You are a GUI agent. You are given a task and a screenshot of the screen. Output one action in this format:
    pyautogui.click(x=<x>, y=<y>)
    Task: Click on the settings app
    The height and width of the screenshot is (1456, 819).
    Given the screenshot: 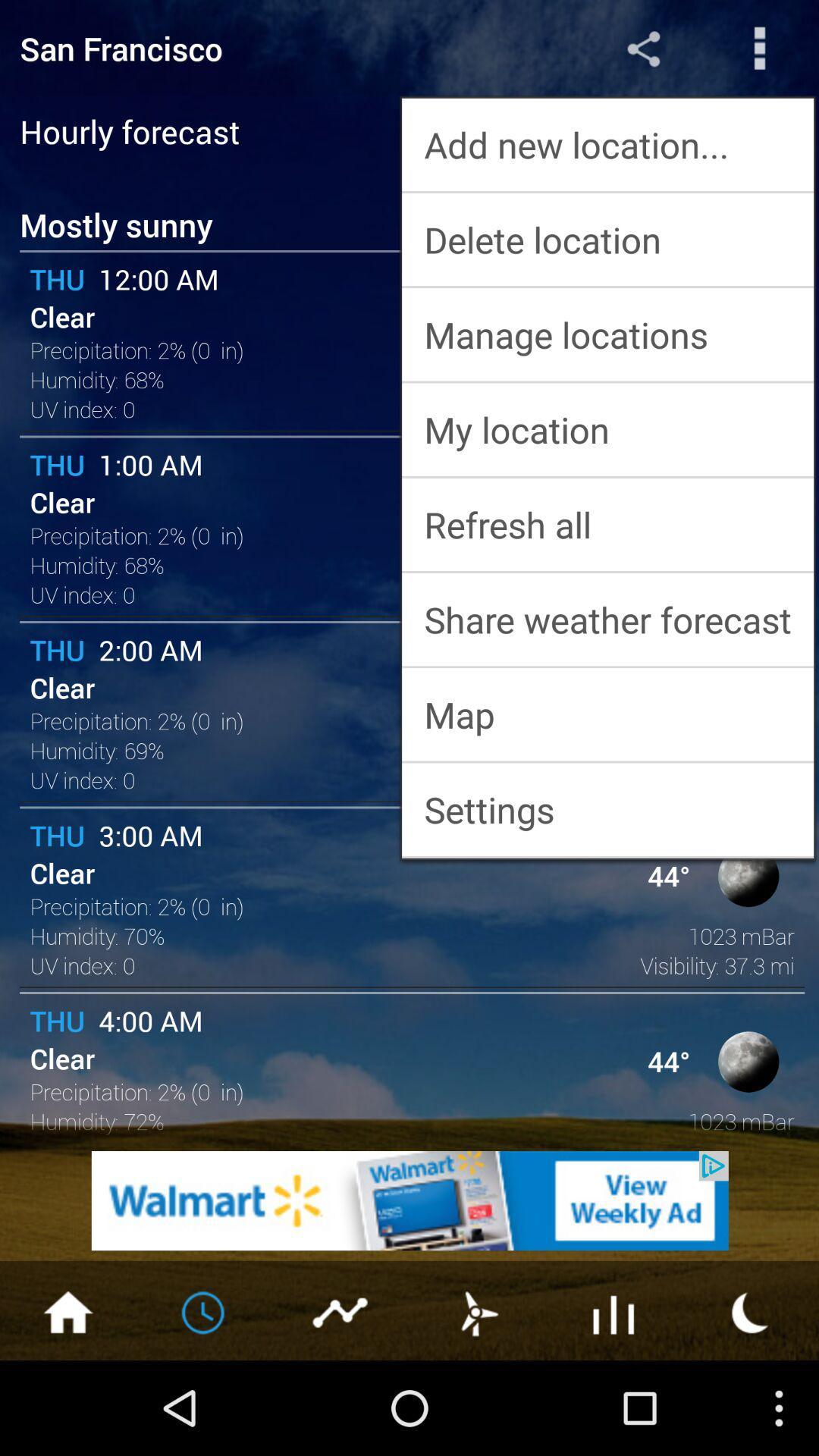 What is the action you would take?
    pyautogui.click(x=607, y=808)
    